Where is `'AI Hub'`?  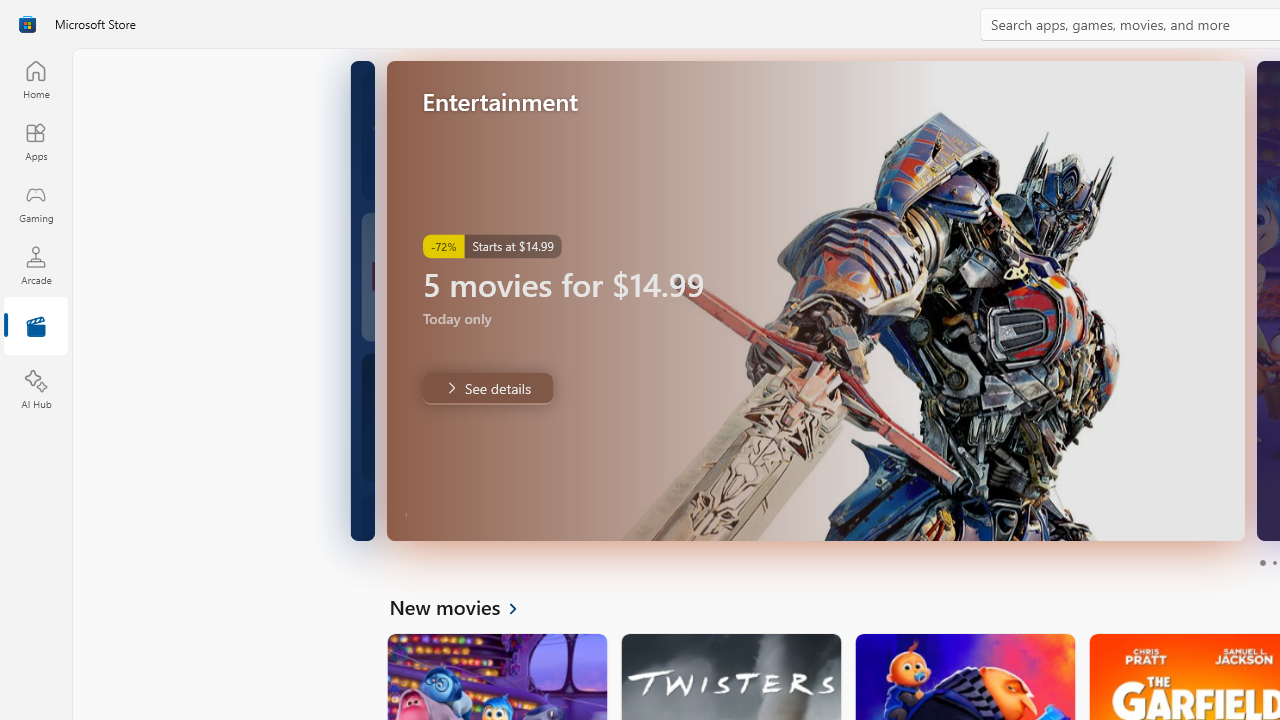 'AI Hub' is located at coordinates (35, 390).